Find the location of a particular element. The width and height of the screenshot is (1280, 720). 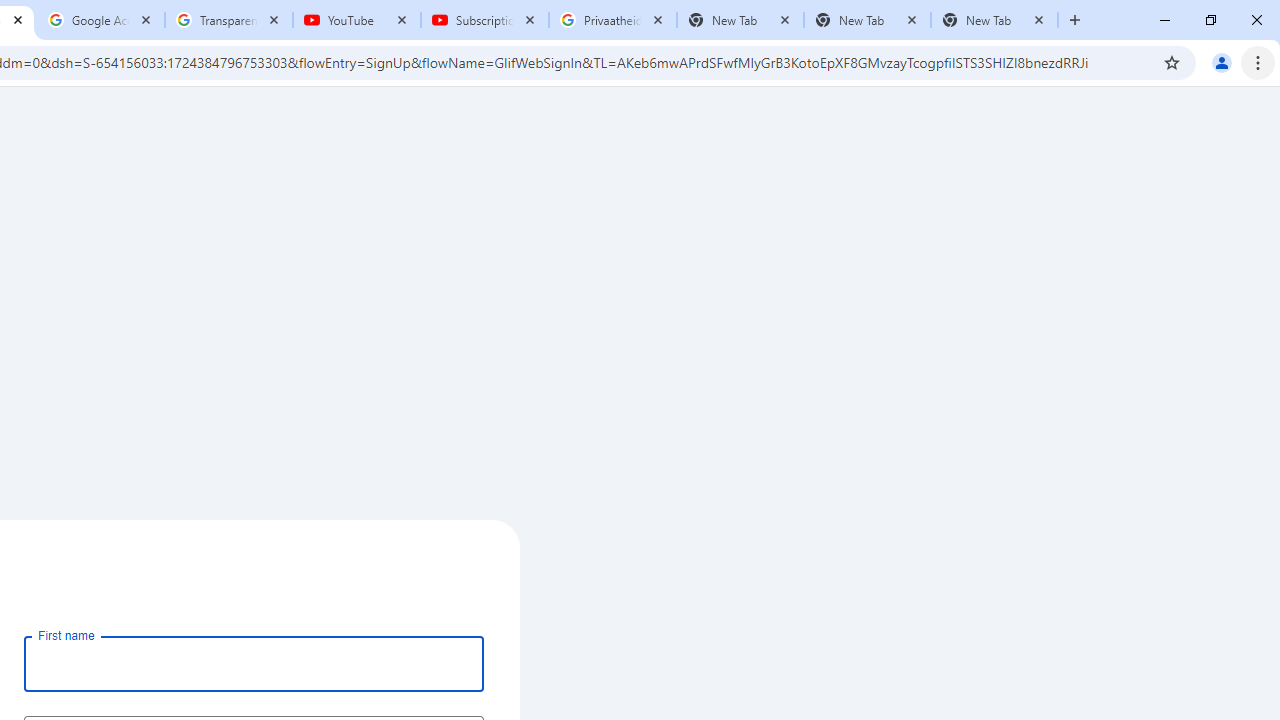

'First name' is located at coordinates (253, 663).